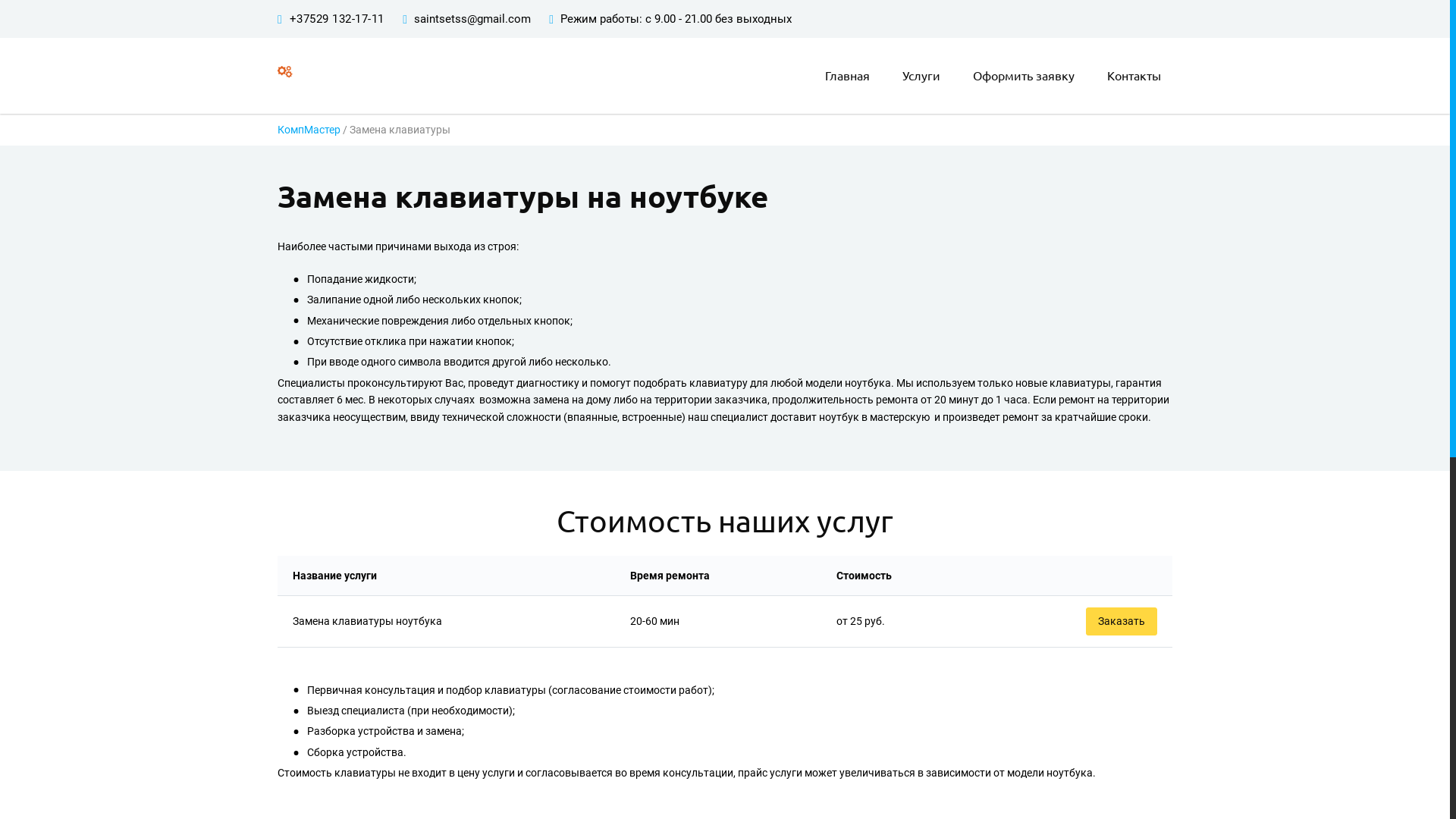 The height and width of the screenshot is (819, 1456). Describe the element at coordinates (414, 18) in the screenshot. I see `'saintsetss@gmail.com'` at that location.